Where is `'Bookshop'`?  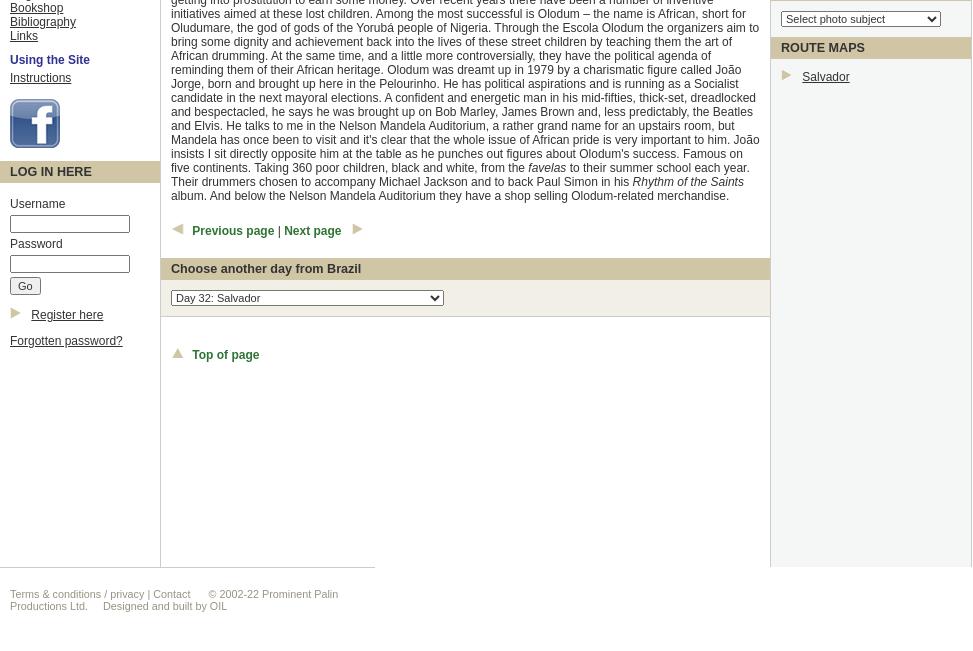
'Bookshop' is located at coordinates (36, 7).